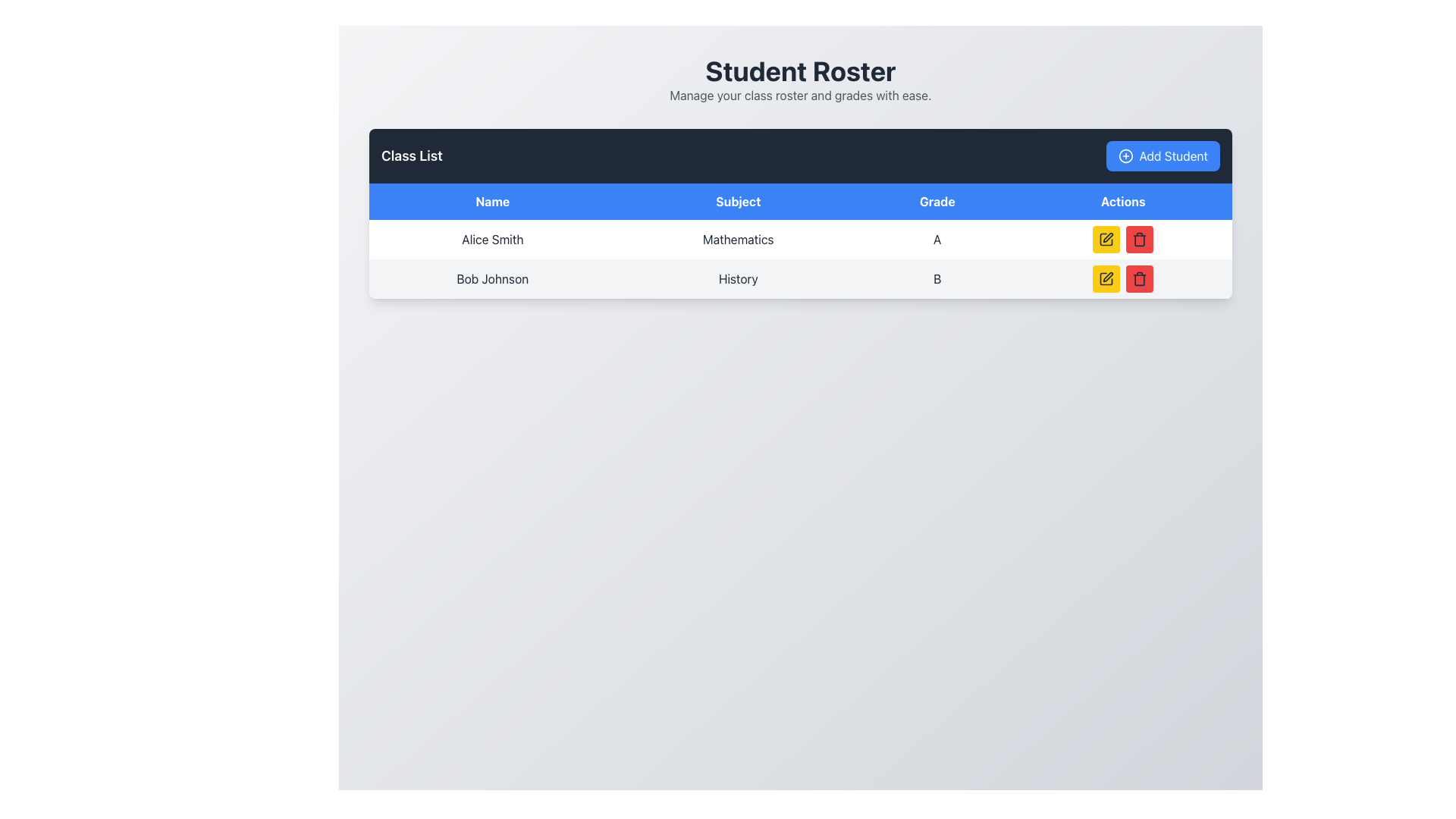 The width and height of the screenshot is (1456, 819). I want to click on label text of the 'Subject' column header in the table, which is the second column header positioned horizontally between 'Name' and 'Grade', so click(738, 201).